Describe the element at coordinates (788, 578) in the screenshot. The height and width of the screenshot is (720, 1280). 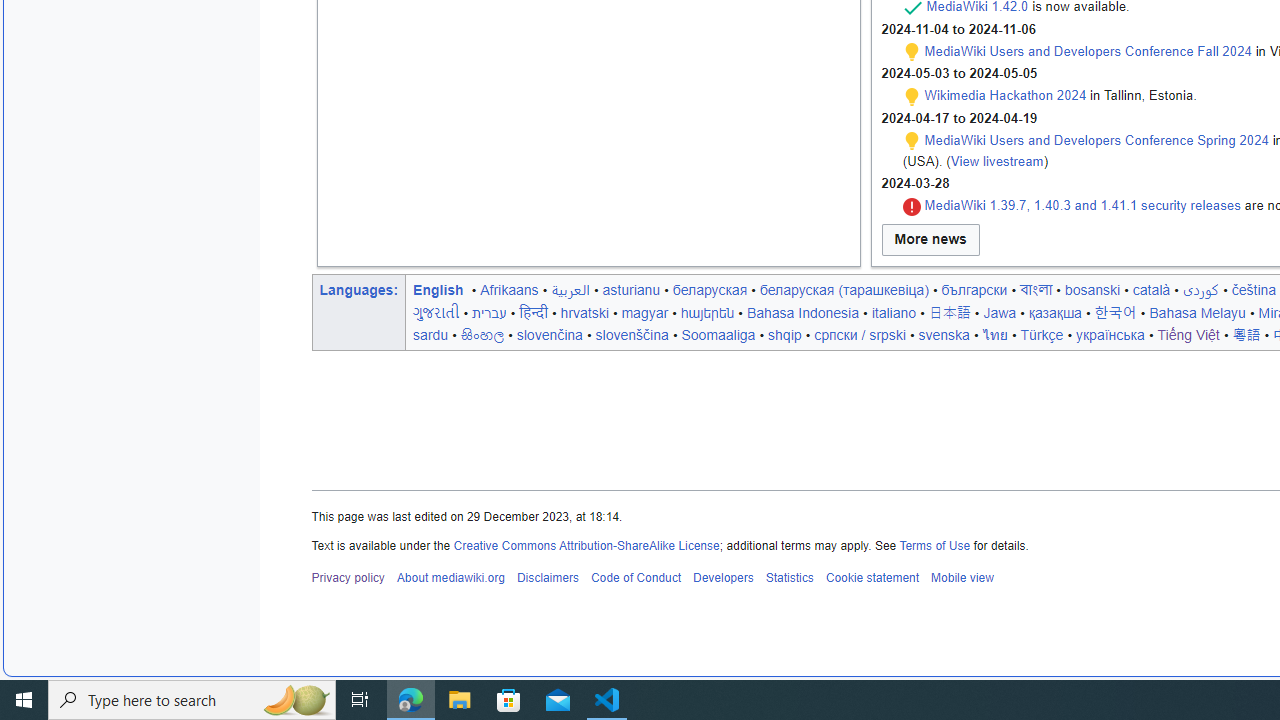
I see `'Statistics'` at that location.